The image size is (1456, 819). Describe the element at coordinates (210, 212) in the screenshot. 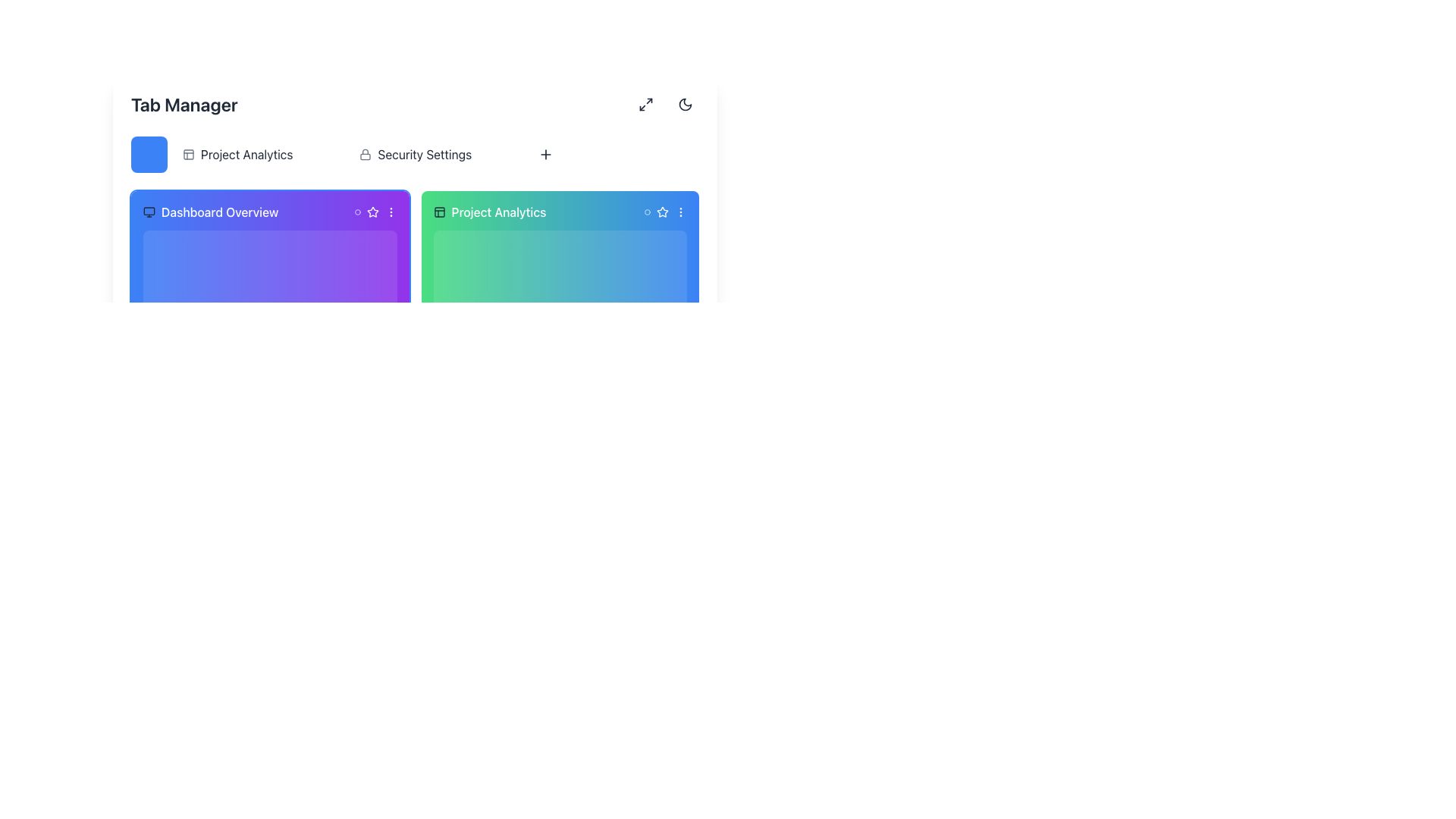

I see `the icon associated with the text label located at the top-left of the first purple card in the grid layout under the 'Tab Manager' section` at that location.